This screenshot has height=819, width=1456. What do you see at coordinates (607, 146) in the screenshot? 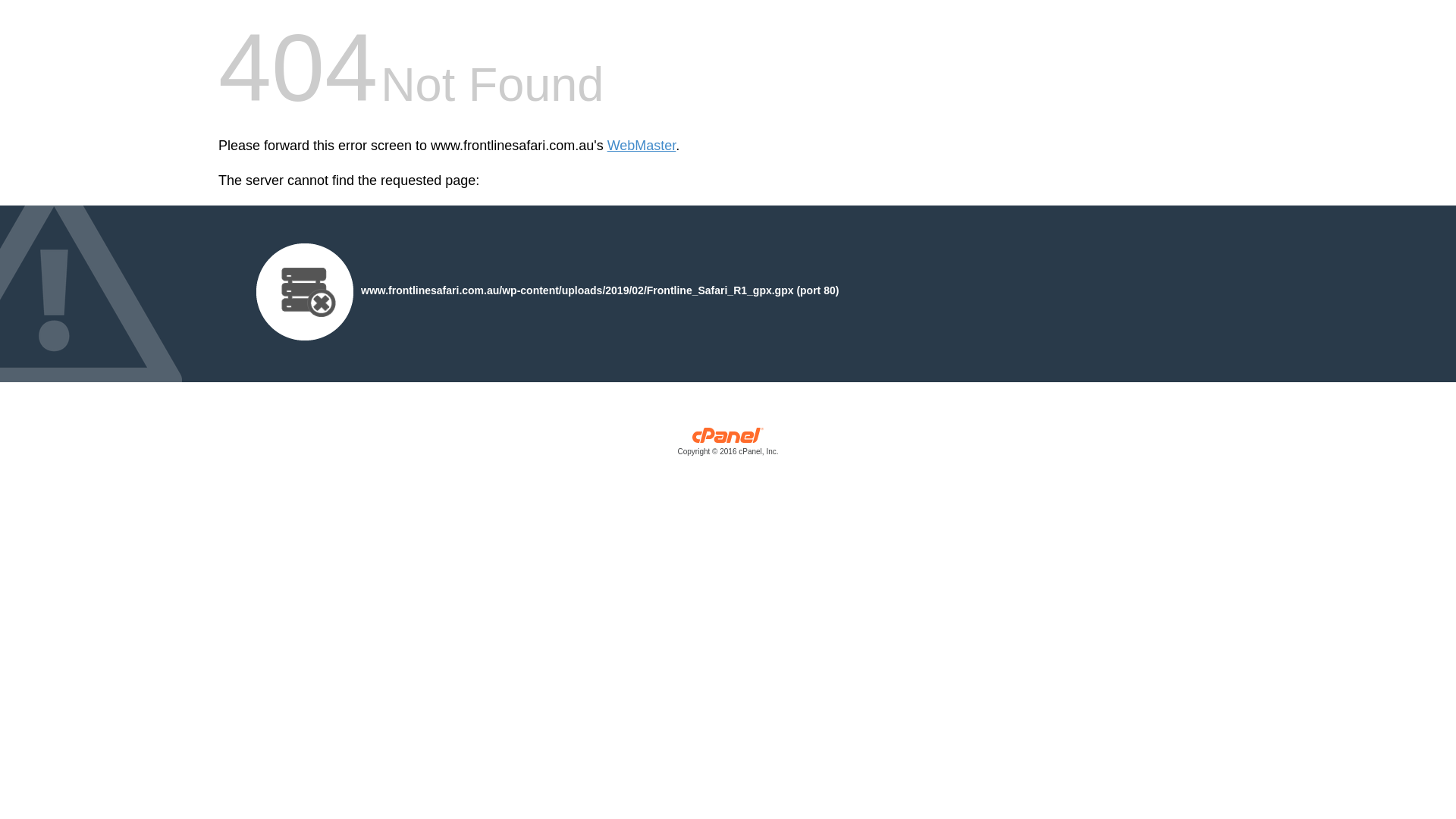
I see `'WebMaster'` at bounding box center [607, 146].